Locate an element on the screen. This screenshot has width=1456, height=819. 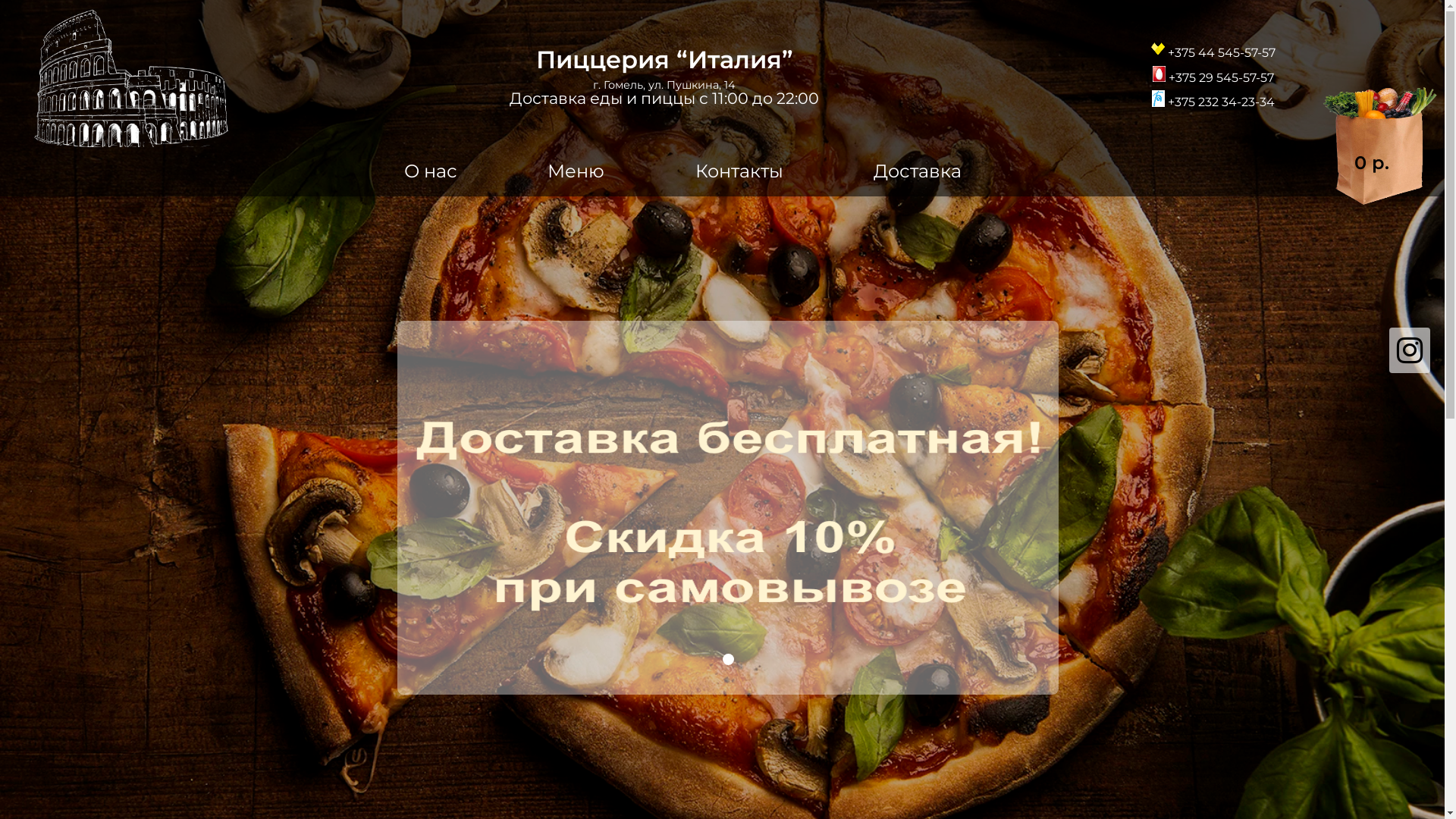
'+375 232 34-23-34' is located at coordinates (1212, 99).